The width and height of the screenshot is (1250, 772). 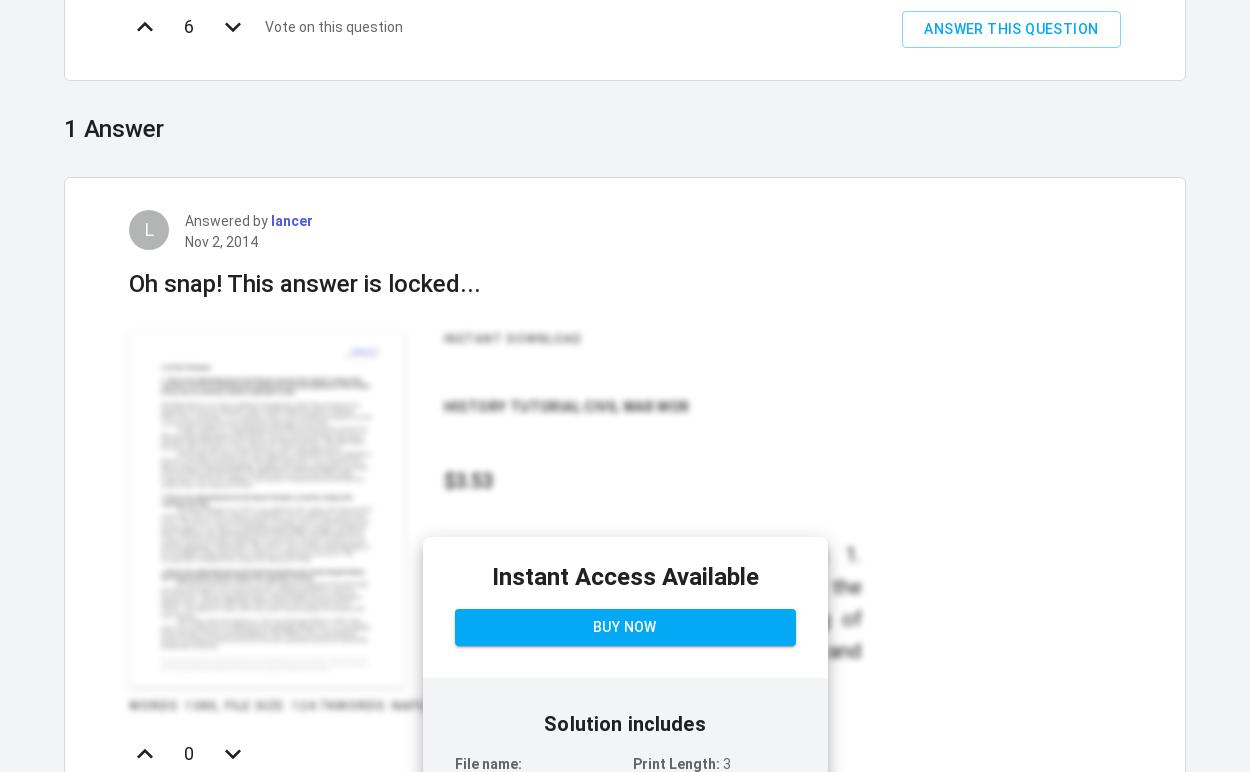 What do you see at coordinates (220, 240) in the screenshot?
I see `'Nov 2, 2014'` at bounding box center [220, 240].